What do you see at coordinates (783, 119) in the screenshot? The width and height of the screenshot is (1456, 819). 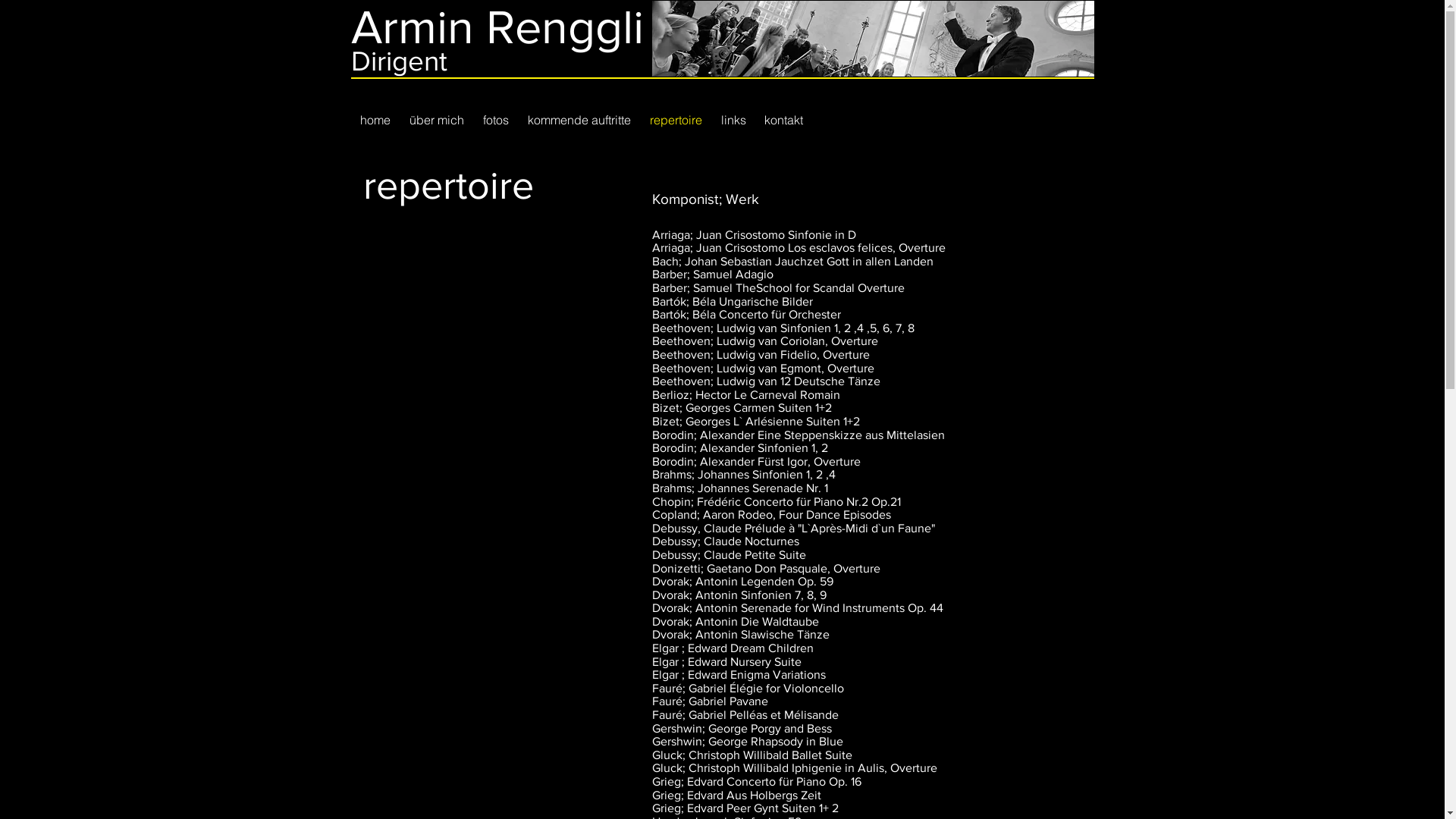 I see `'kontakt'` at bounding box center [783, 119].